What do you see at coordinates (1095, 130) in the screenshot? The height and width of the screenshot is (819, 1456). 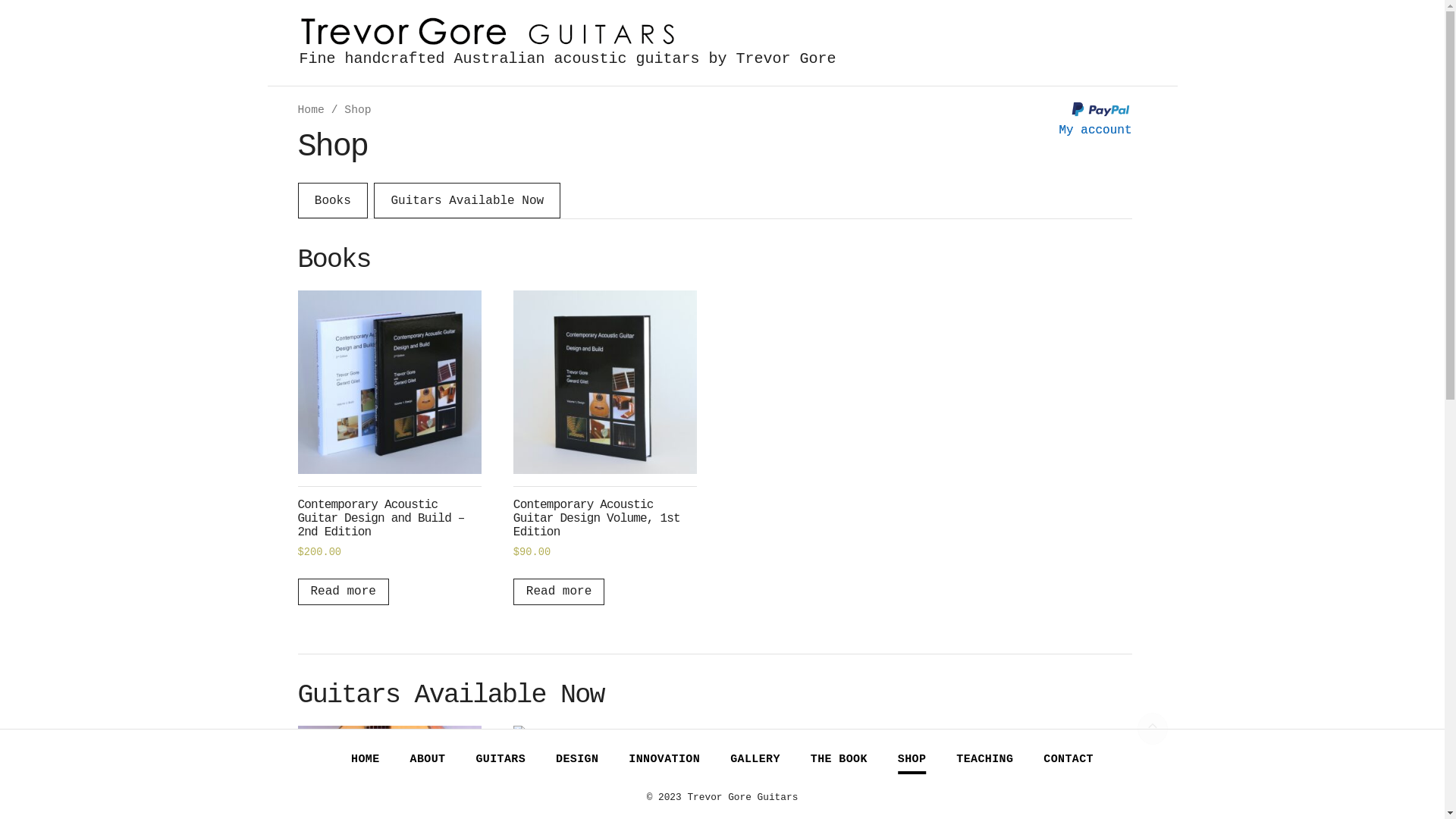 I see `'My account'` at bounding box center [1095, 130].